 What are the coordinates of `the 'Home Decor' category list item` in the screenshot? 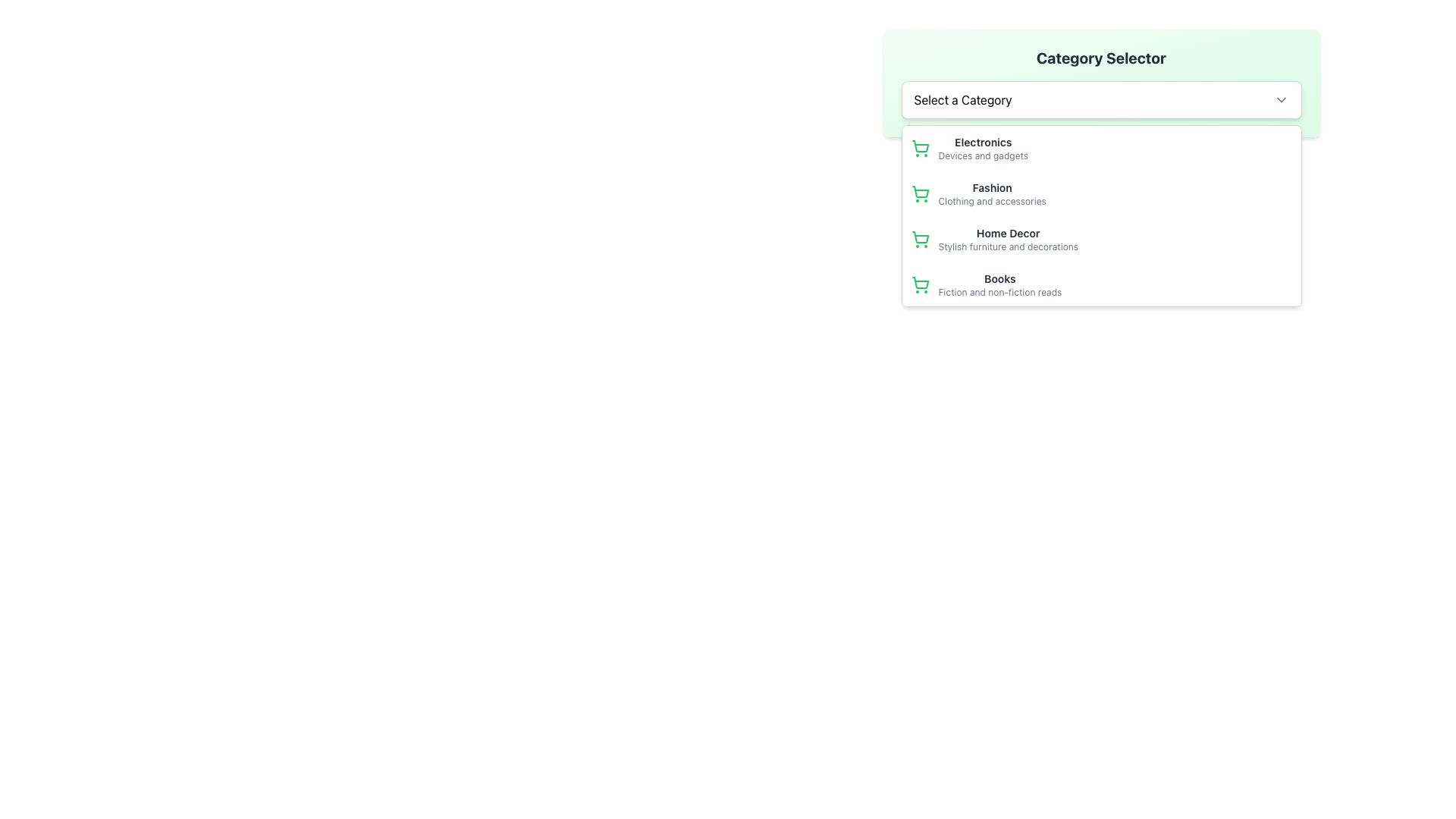 It's located at (1008, 239).